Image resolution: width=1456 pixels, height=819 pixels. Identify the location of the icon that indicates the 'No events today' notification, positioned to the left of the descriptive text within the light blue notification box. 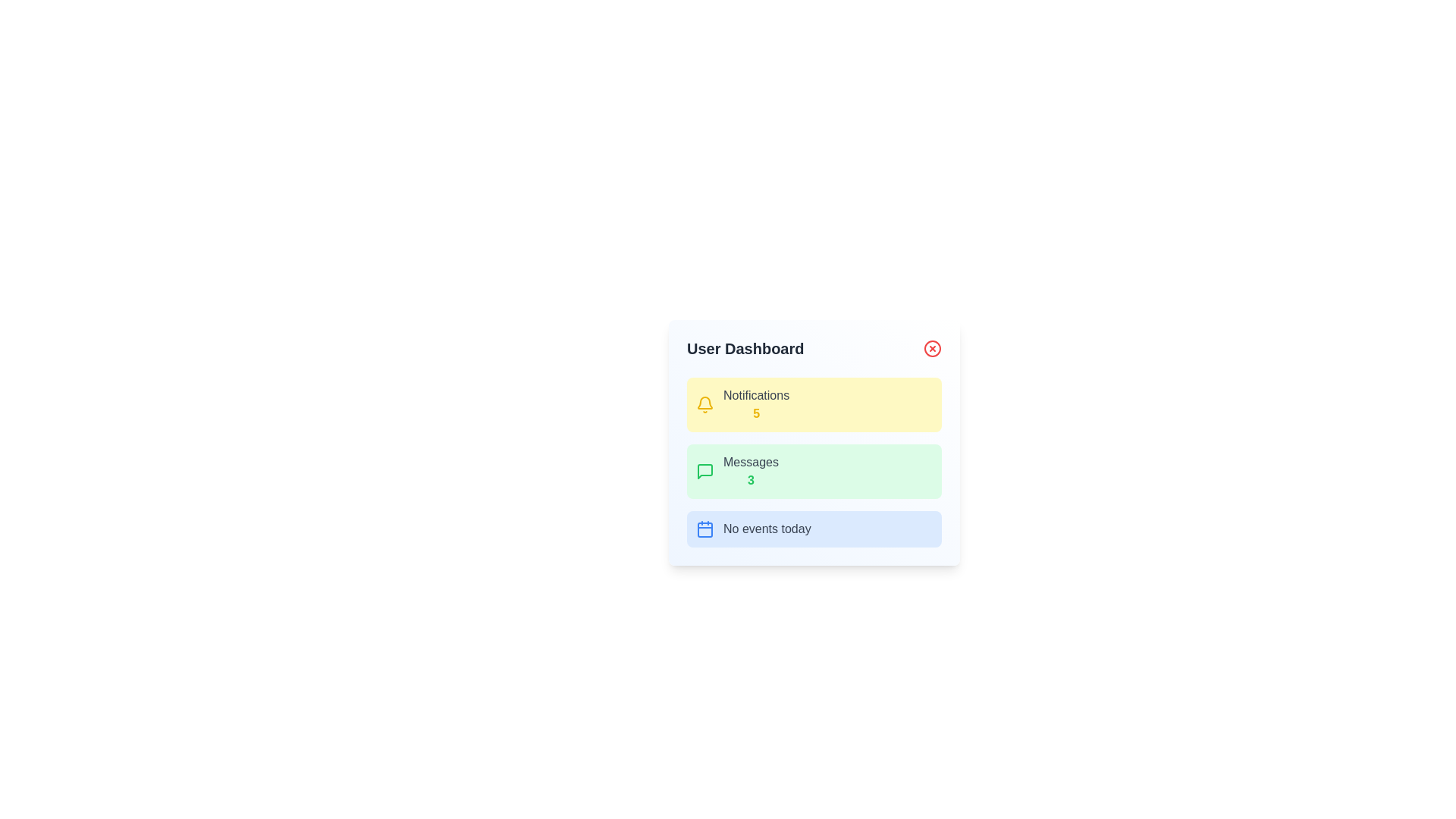
(704, 529).